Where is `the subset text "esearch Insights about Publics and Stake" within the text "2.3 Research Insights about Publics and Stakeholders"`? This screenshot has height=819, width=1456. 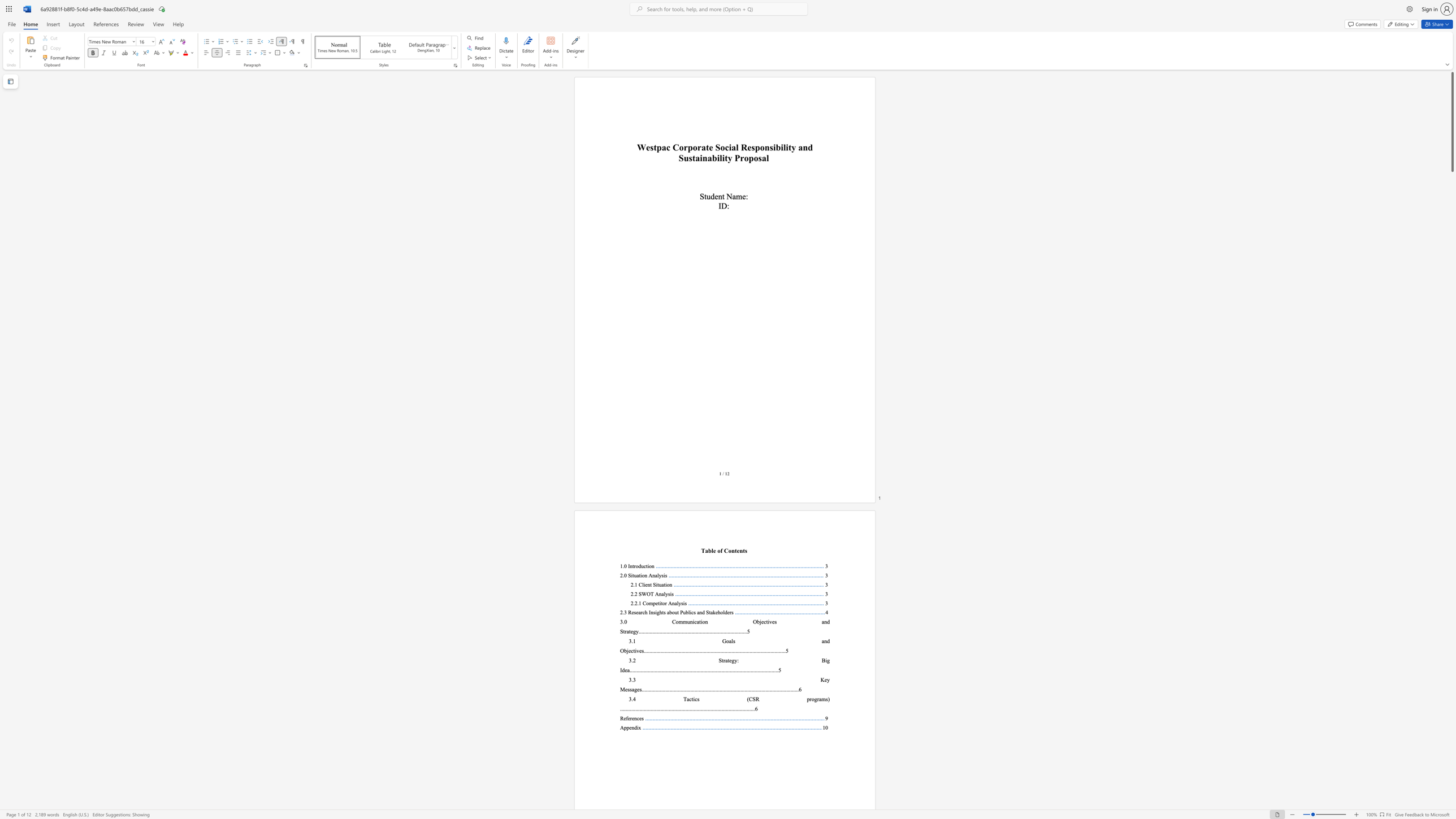
the subset text "esearch Insights about Publics and Stake" within the text "2.3 Research Insights about Publics and Stakeholders" is located at coordinates (631, 612).